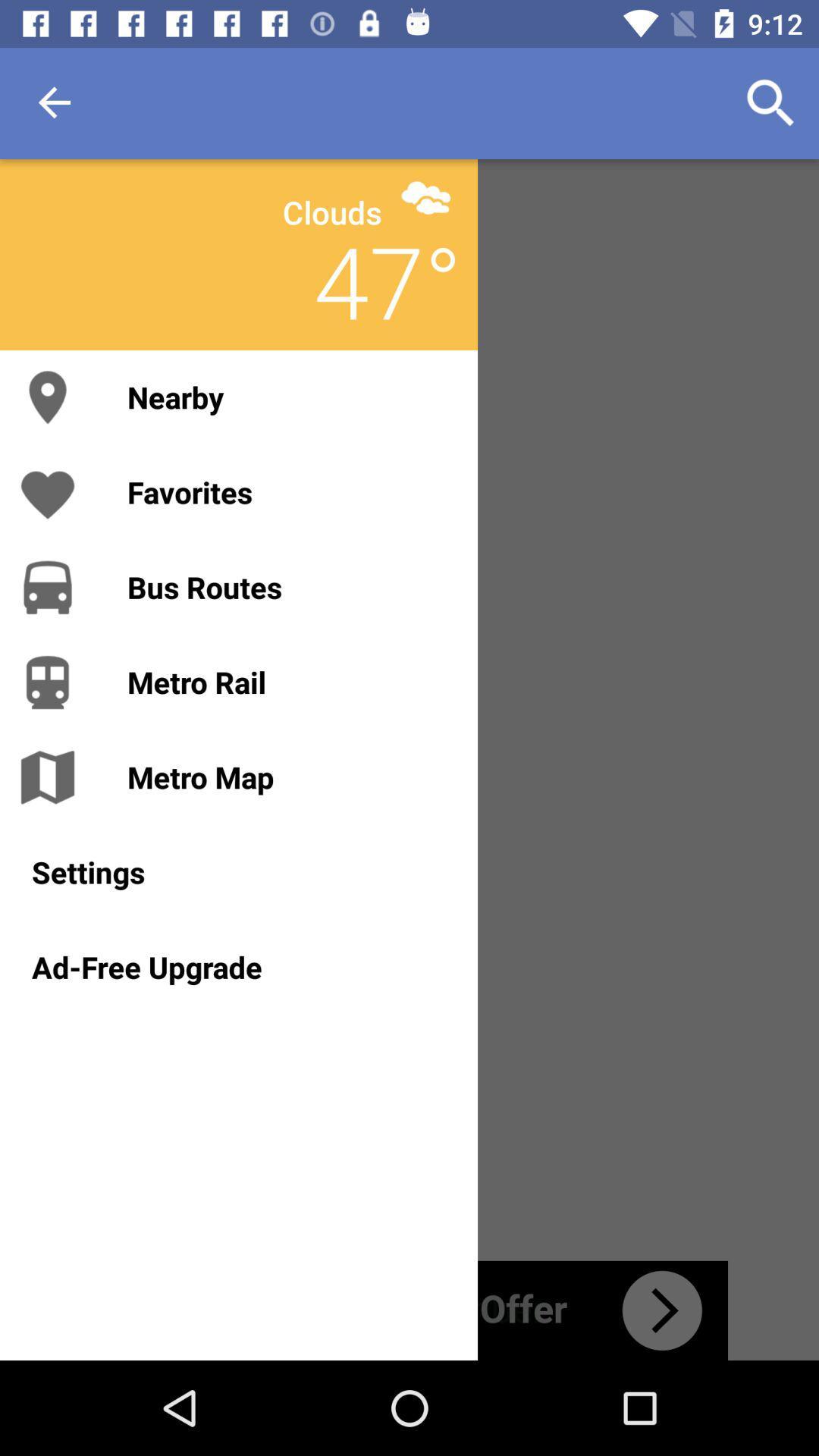  What do you see at coordinates (239, 966) in the screenshot?
I see `the ad-free upgrade icon` at bounding box center [239, 966].